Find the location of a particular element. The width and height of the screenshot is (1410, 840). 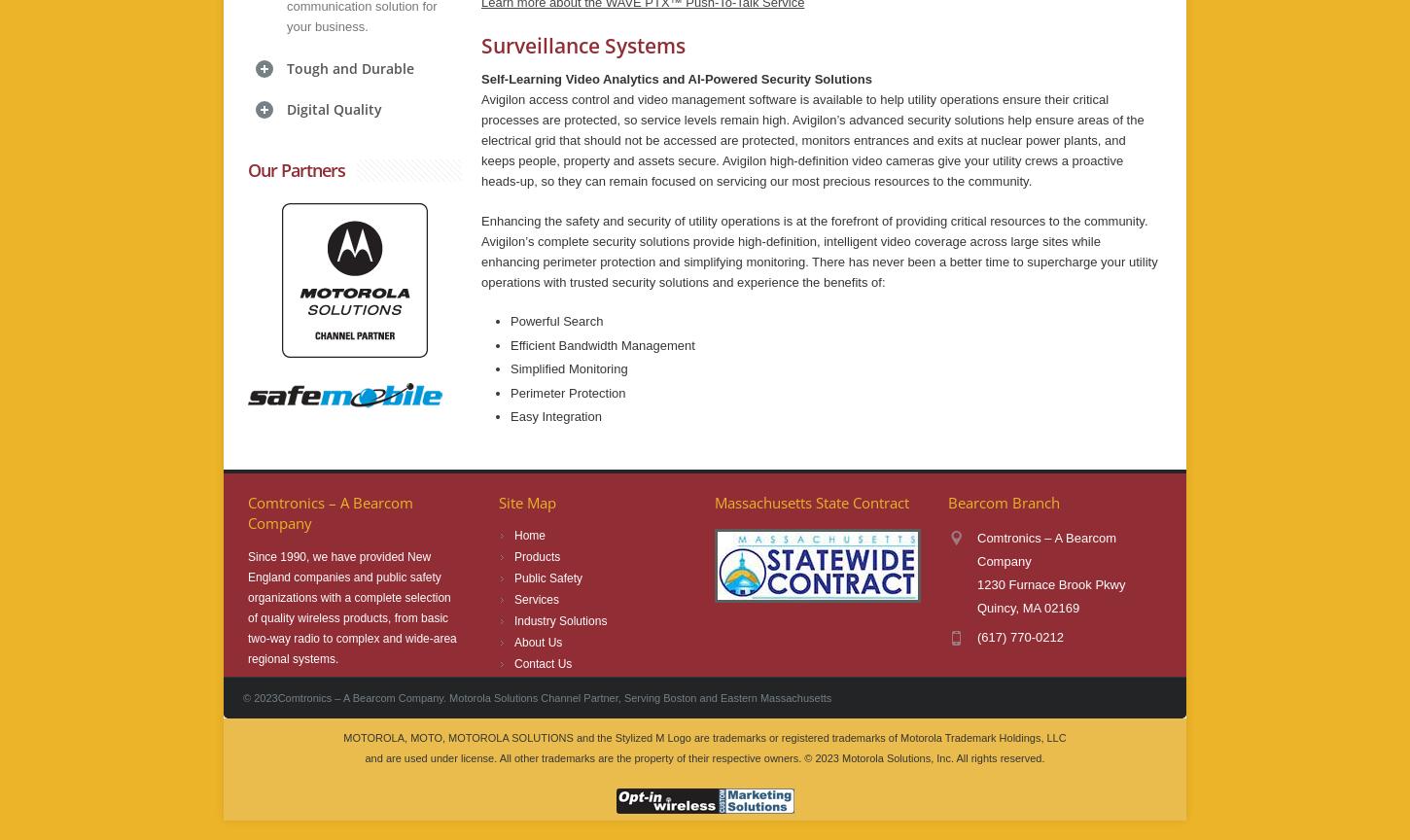

'Digital Quality' is located at coordinates (334, 107).